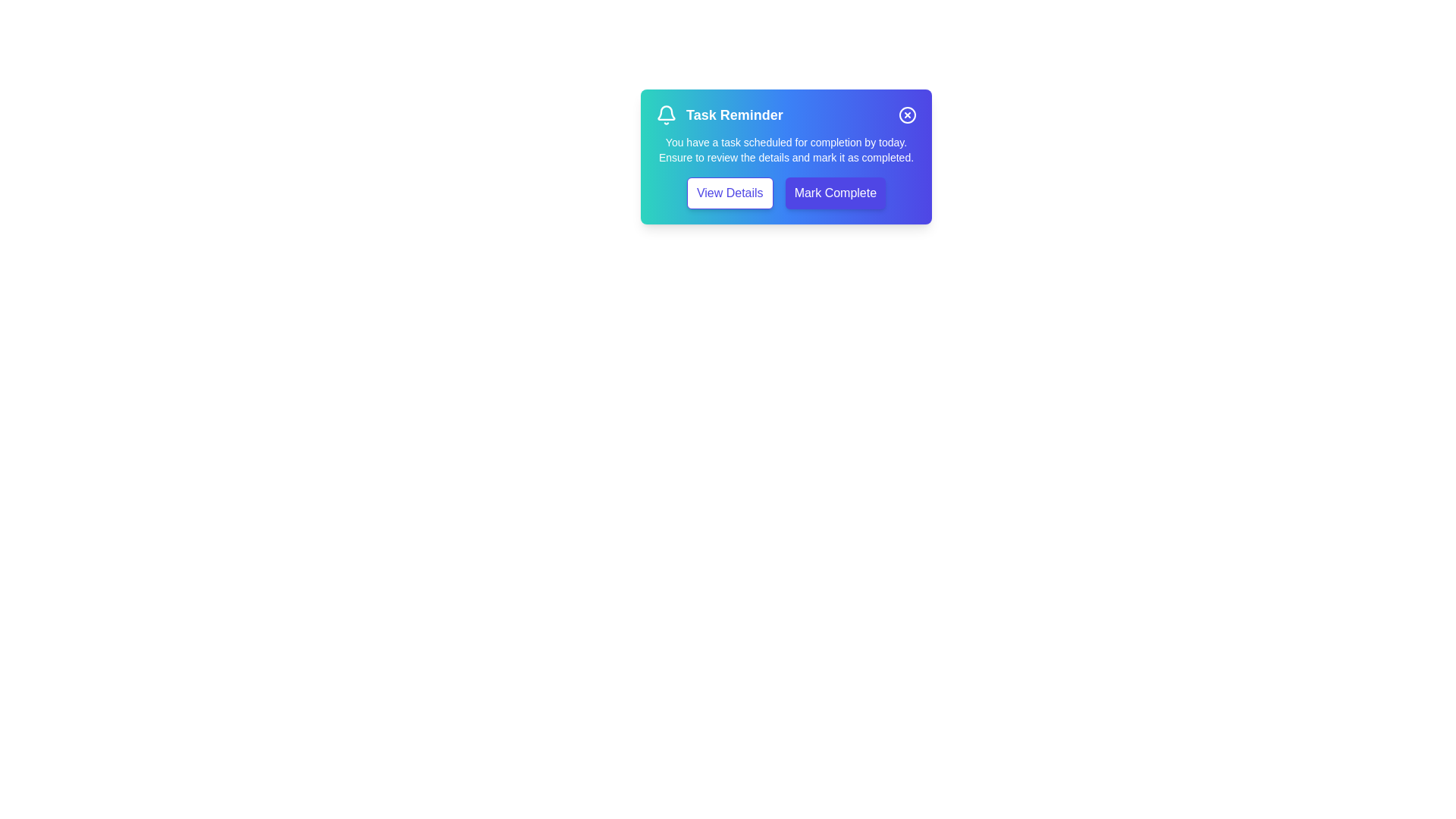 Image resolution: width=1456 pixels, height=819 pixels. What do you see at coordinates (730, 192) in the screenshot?
I see `the 'View Details' button to view the task details` at bounding box center [730, 192].